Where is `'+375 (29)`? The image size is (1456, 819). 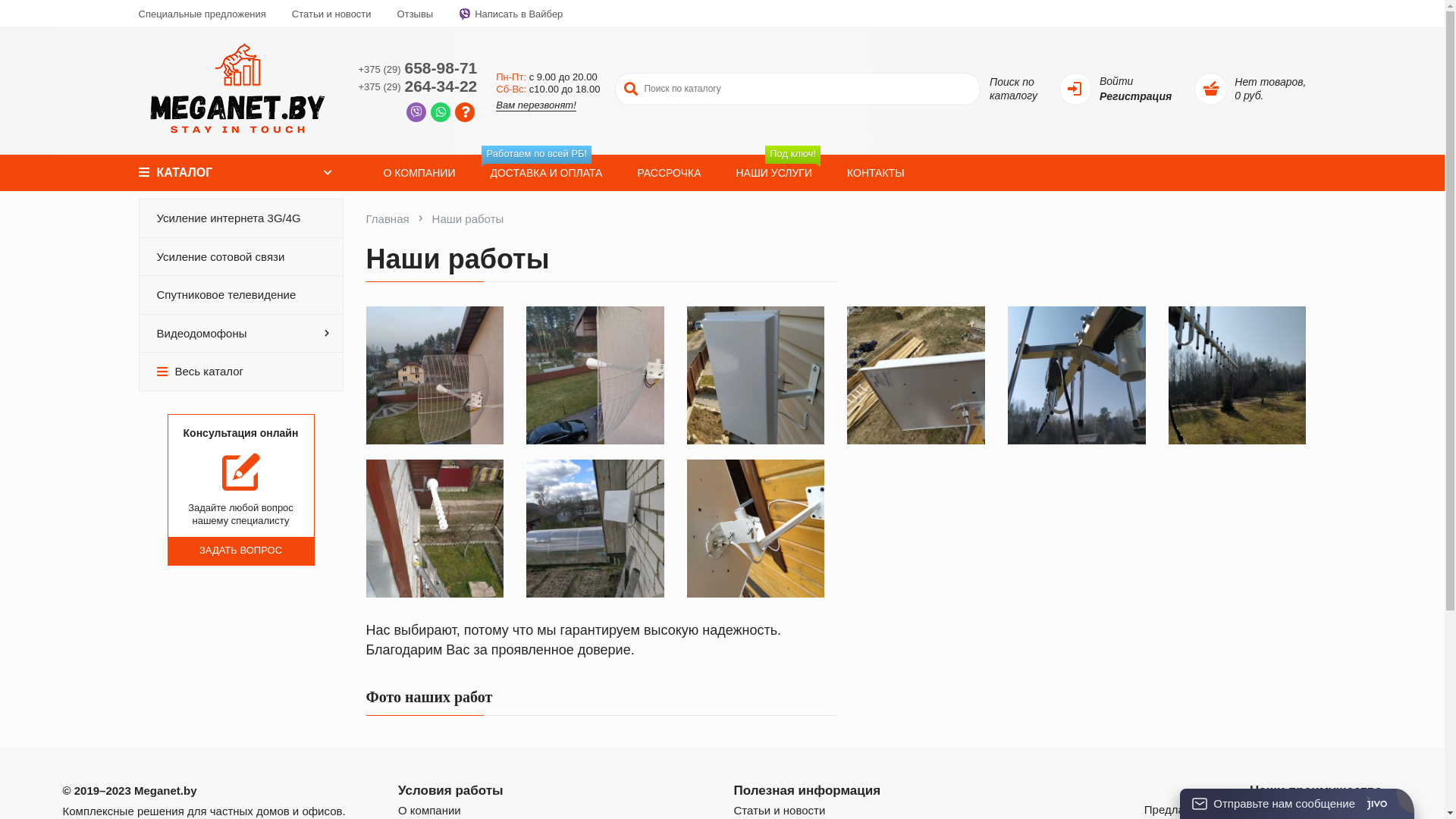
'+375 (29) is located at coordinates (417, 67).